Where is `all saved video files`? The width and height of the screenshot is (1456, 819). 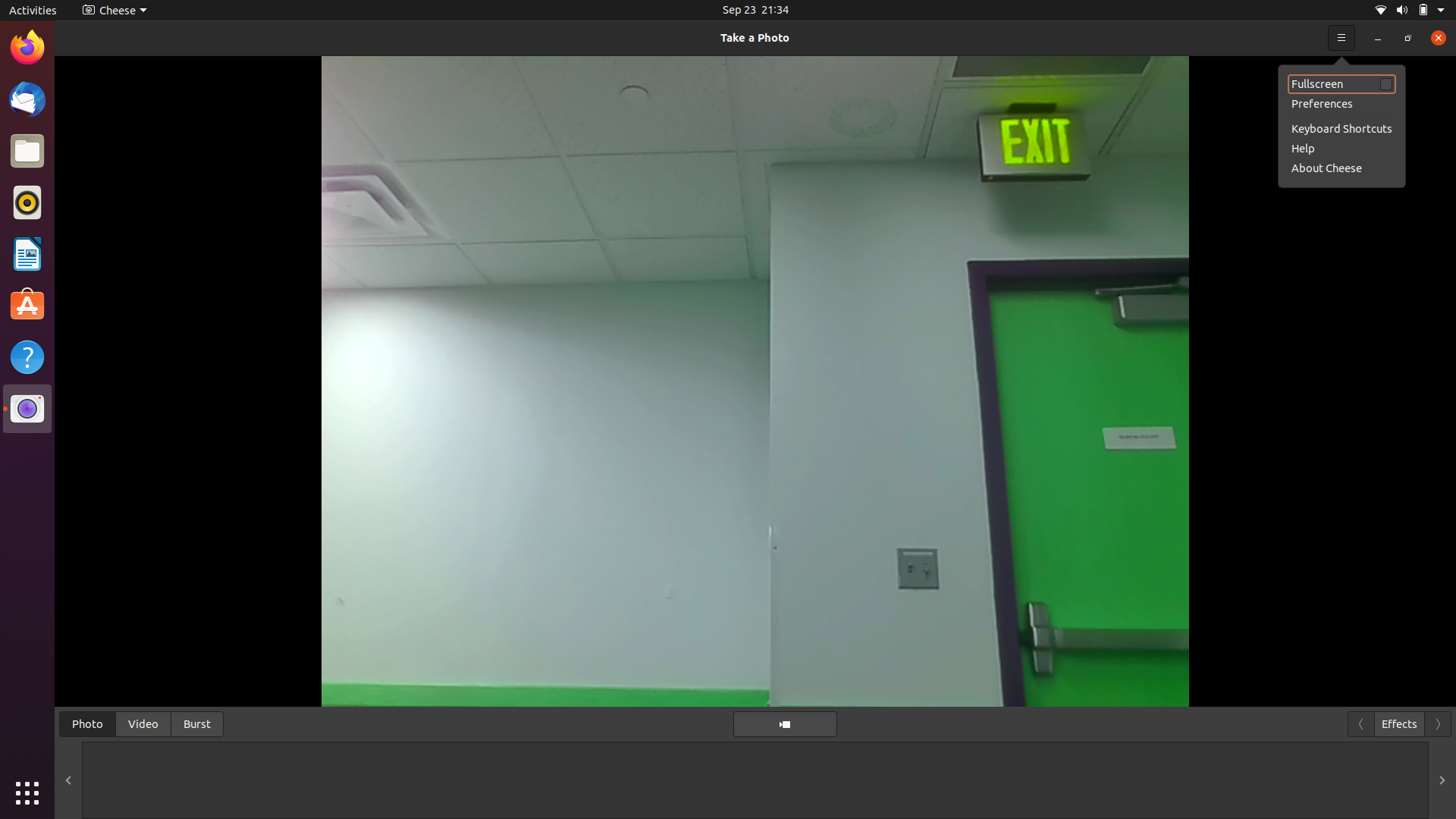 all saved video files is located at coordinates (143, 722).